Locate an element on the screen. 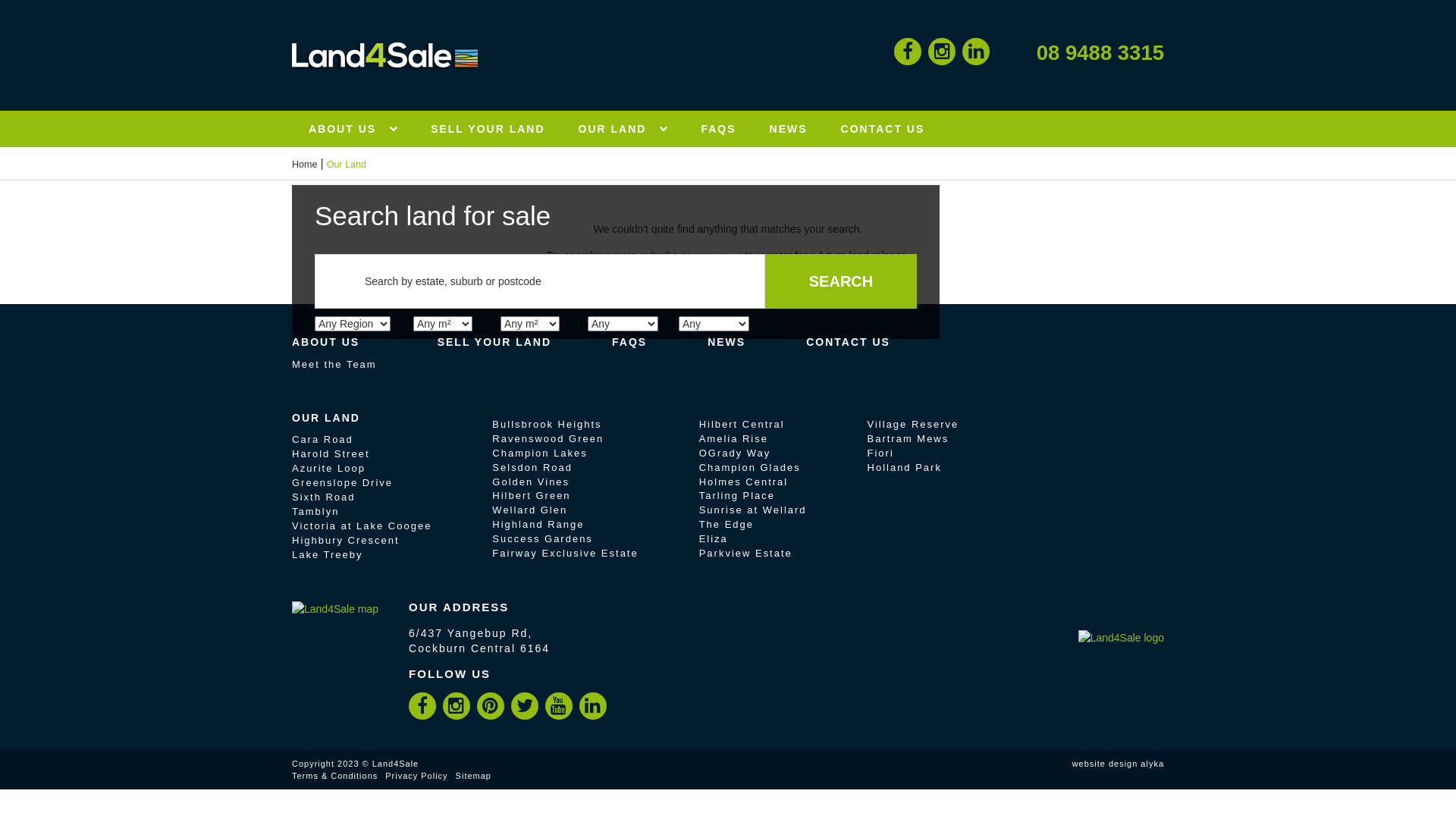 The width and height of the screenshot is (1456, 819). 'Greenslope Drive' is located at coordinates (341, 482).